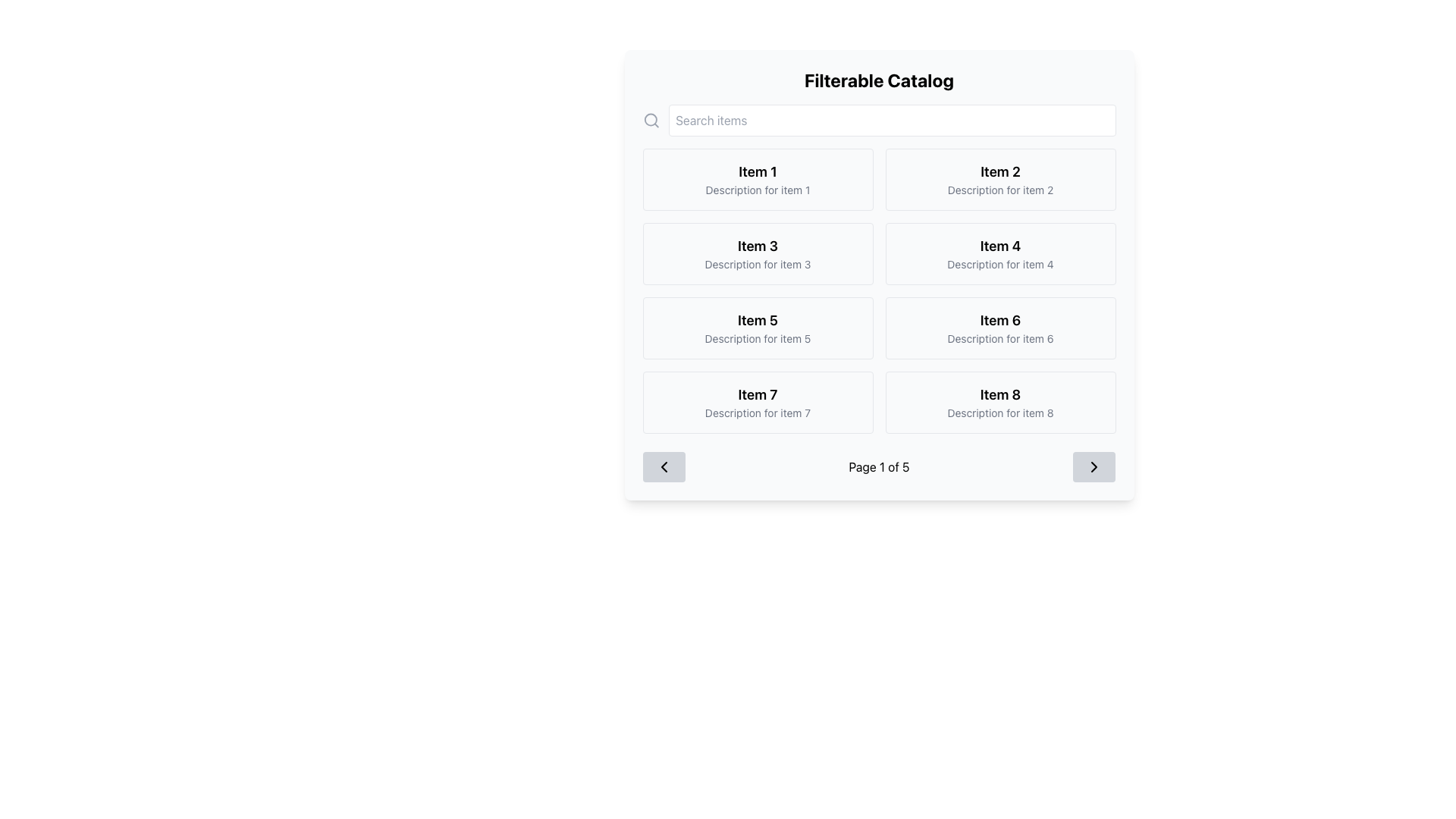 This screenshot has height=819, width=1456. I want to click on the navigation icon located in the pagination area at the bottom left corner of the interface, so click(664, 466).